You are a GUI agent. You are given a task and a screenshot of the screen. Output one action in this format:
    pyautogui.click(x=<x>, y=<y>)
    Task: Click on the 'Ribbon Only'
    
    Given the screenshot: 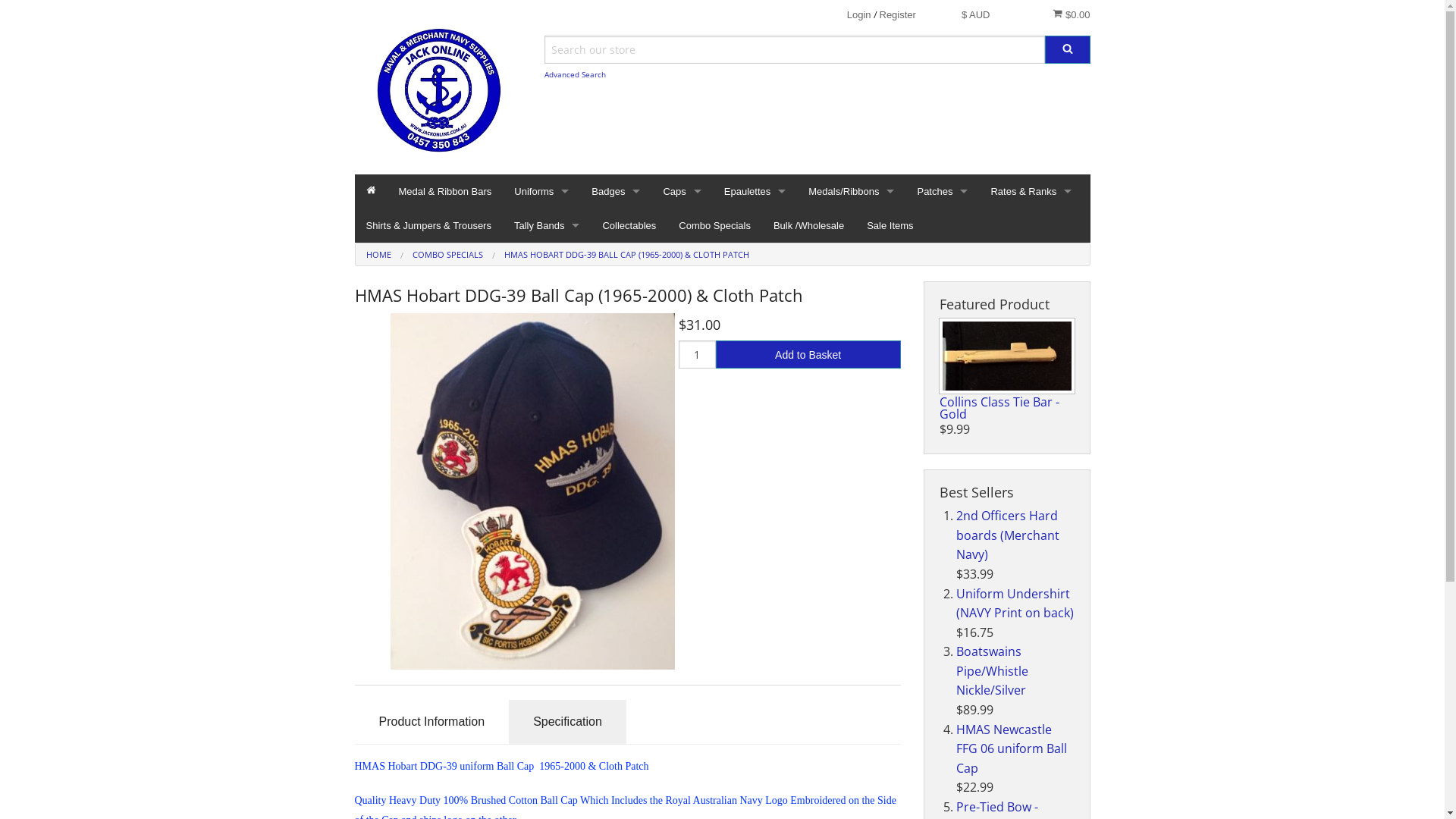 What is the action you would take?
    pyautogui.click(x=851, y=278)
    